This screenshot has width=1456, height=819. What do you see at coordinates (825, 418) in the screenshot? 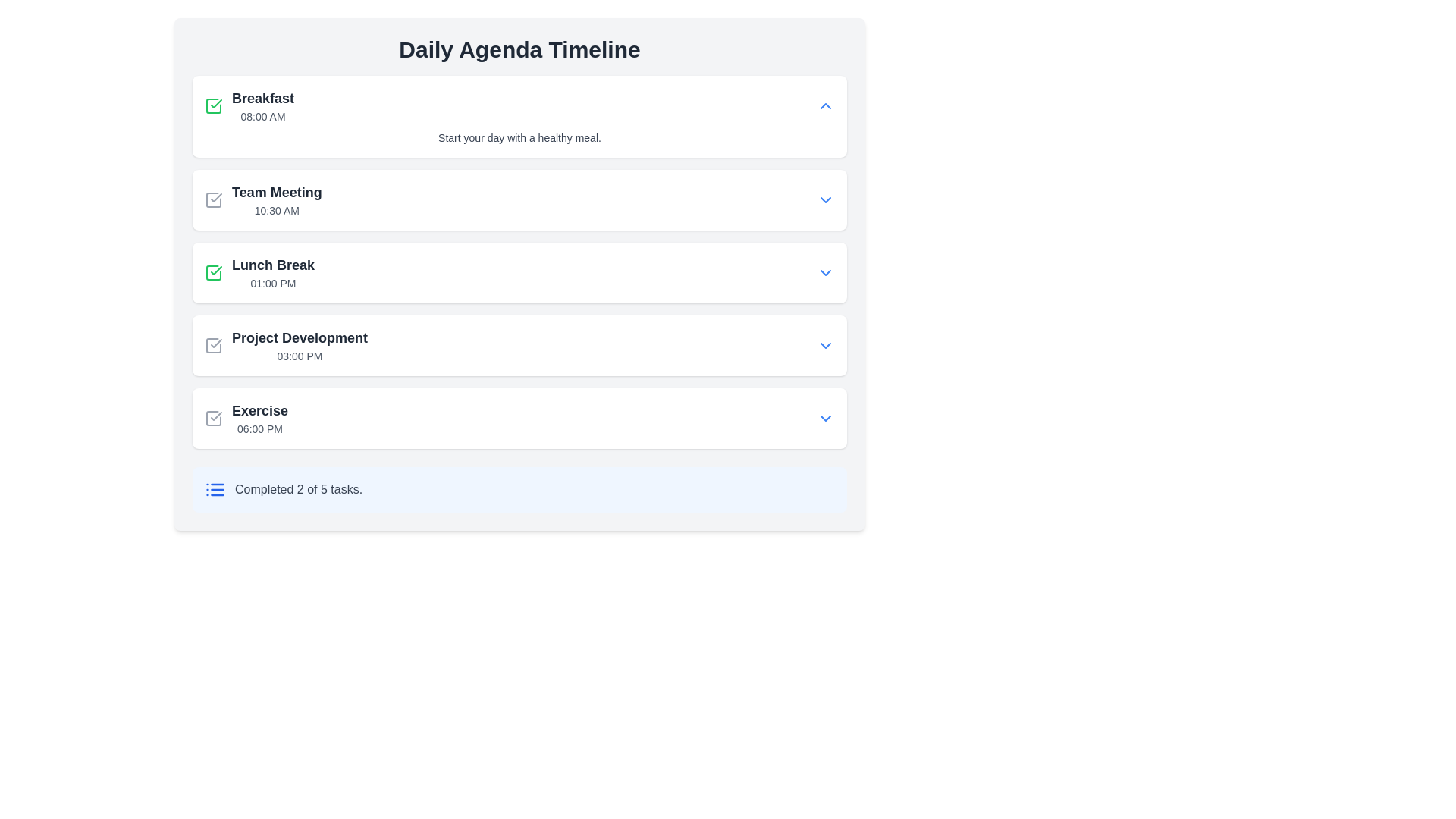
I see `the downward-pointing chevron icon located at the far-right end of the 'Exercise' section` at bounding box center [825, 418].